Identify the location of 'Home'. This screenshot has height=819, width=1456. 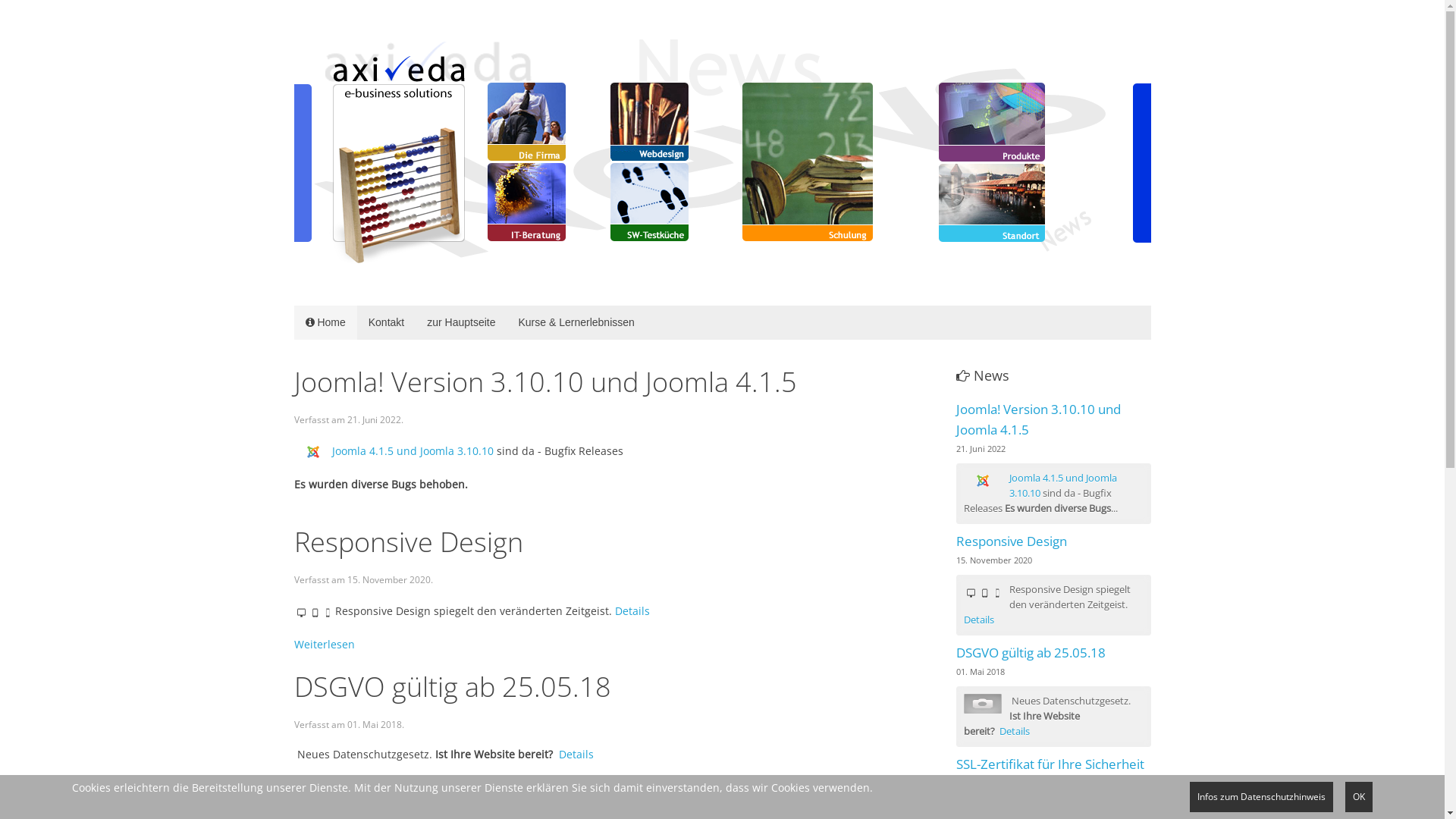
(325, 322).